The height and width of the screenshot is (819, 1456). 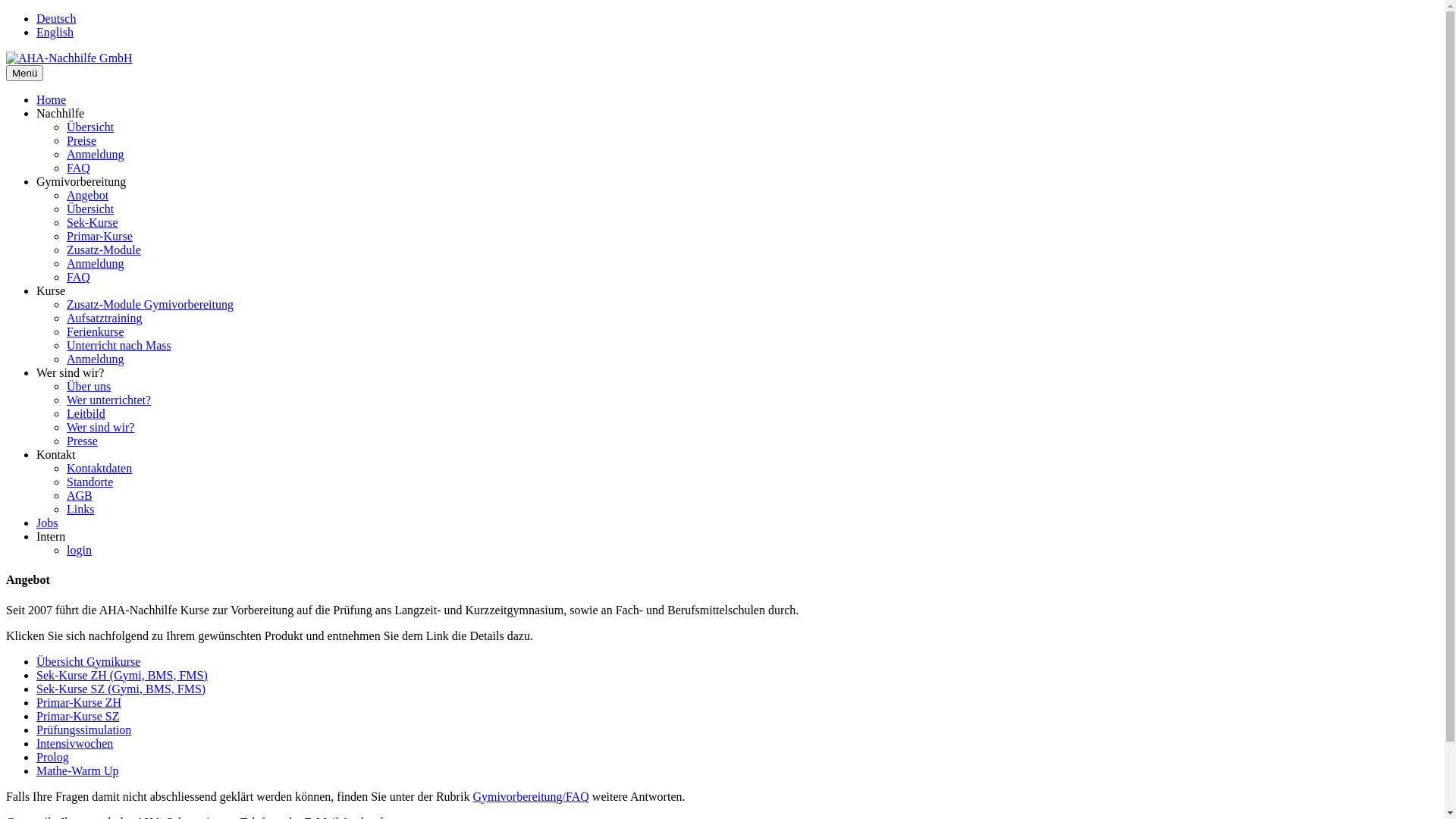 I want to click on 'Ferienkurse', so click(x=94, y=331).